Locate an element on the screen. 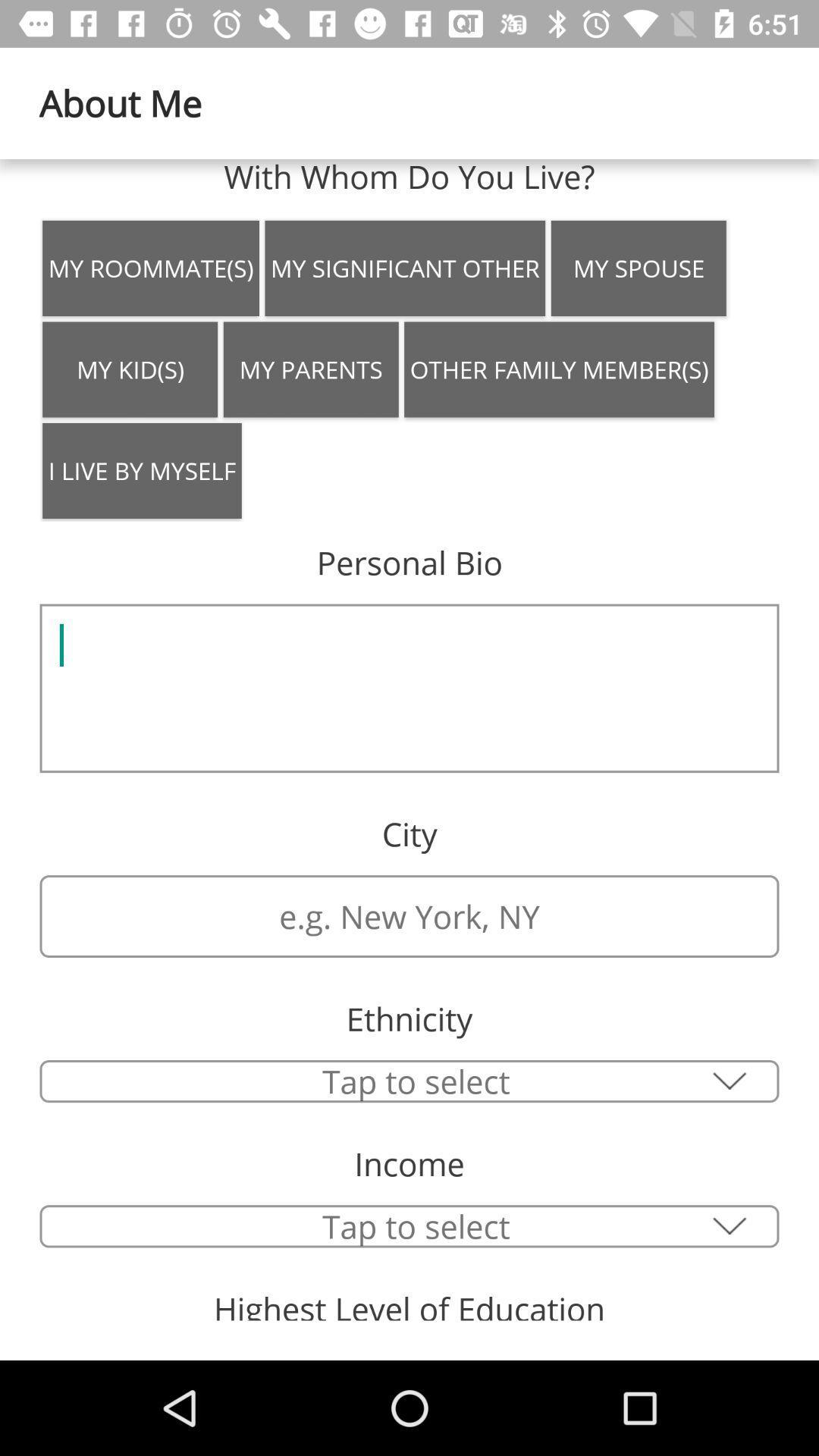  the icon below the personal bio item is located at coordinates (409, 687).